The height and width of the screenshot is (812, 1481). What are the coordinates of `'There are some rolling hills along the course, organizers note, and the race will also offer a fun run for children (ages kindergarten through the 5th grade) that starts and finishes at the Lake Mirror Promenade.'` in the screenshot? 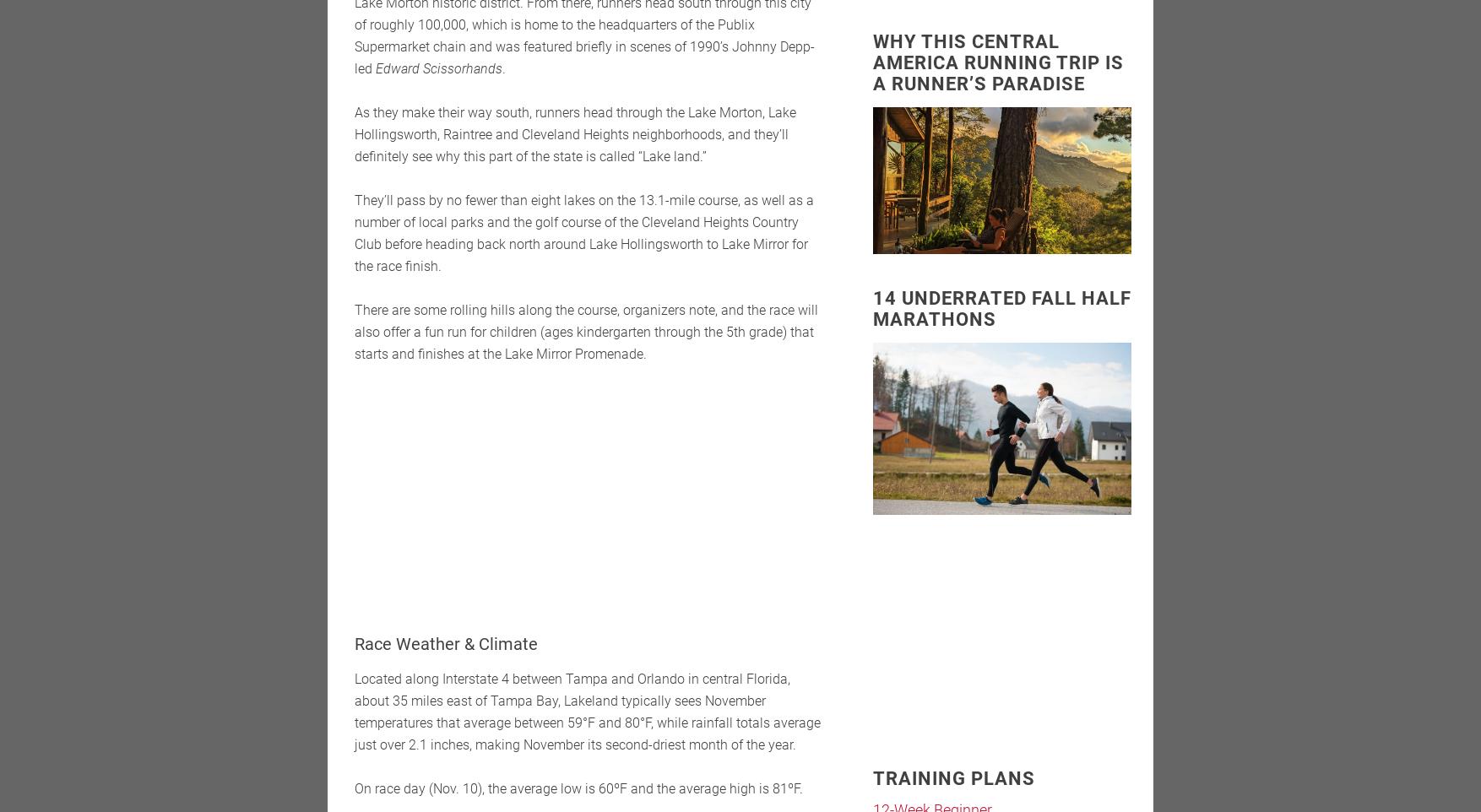 It's located at (585, 331).